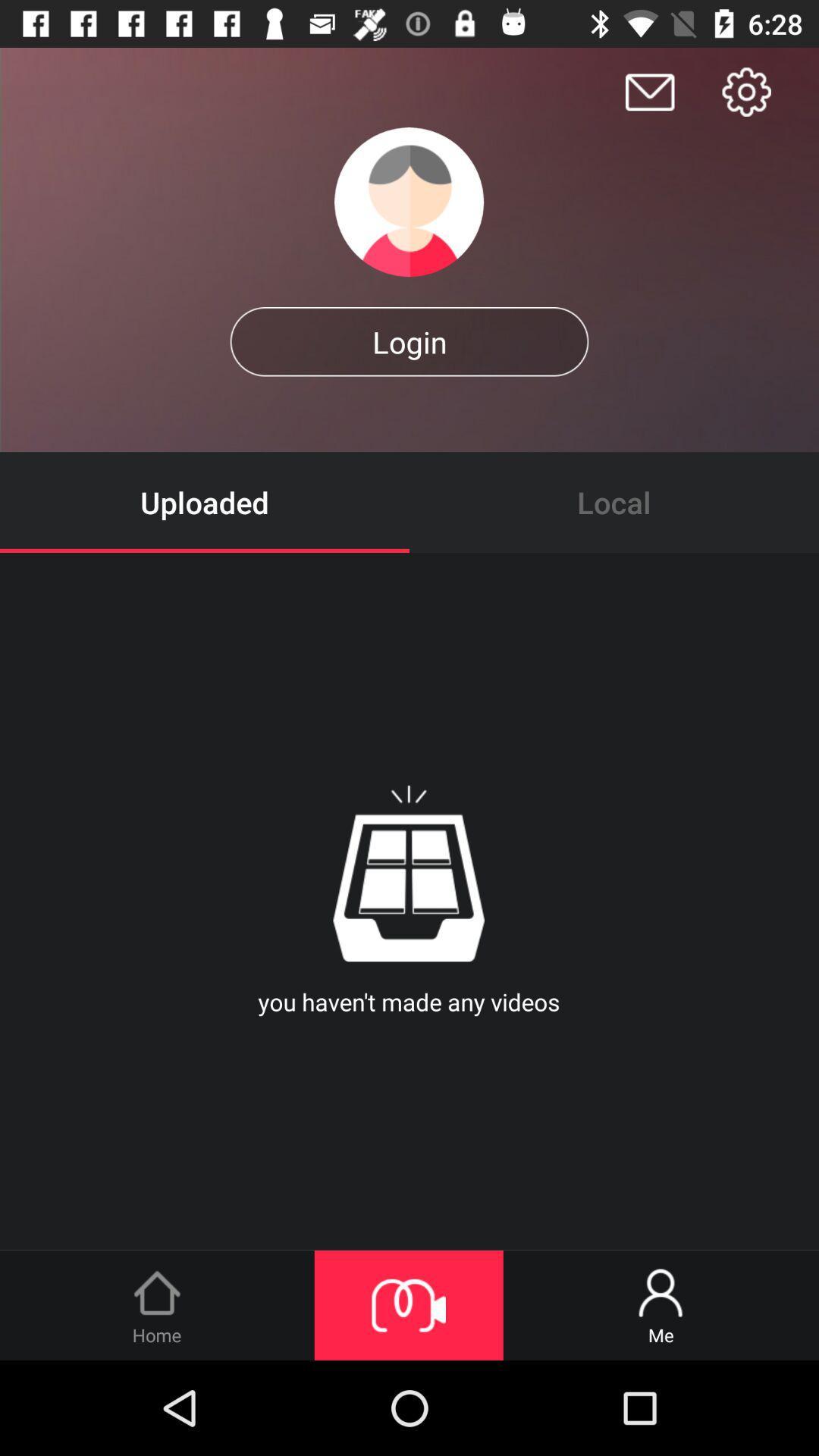 This screenshot has height=1456, width=819. Describe the element at coordinates (745, 91) in the screenshot. I see `the settings icon` at that location.